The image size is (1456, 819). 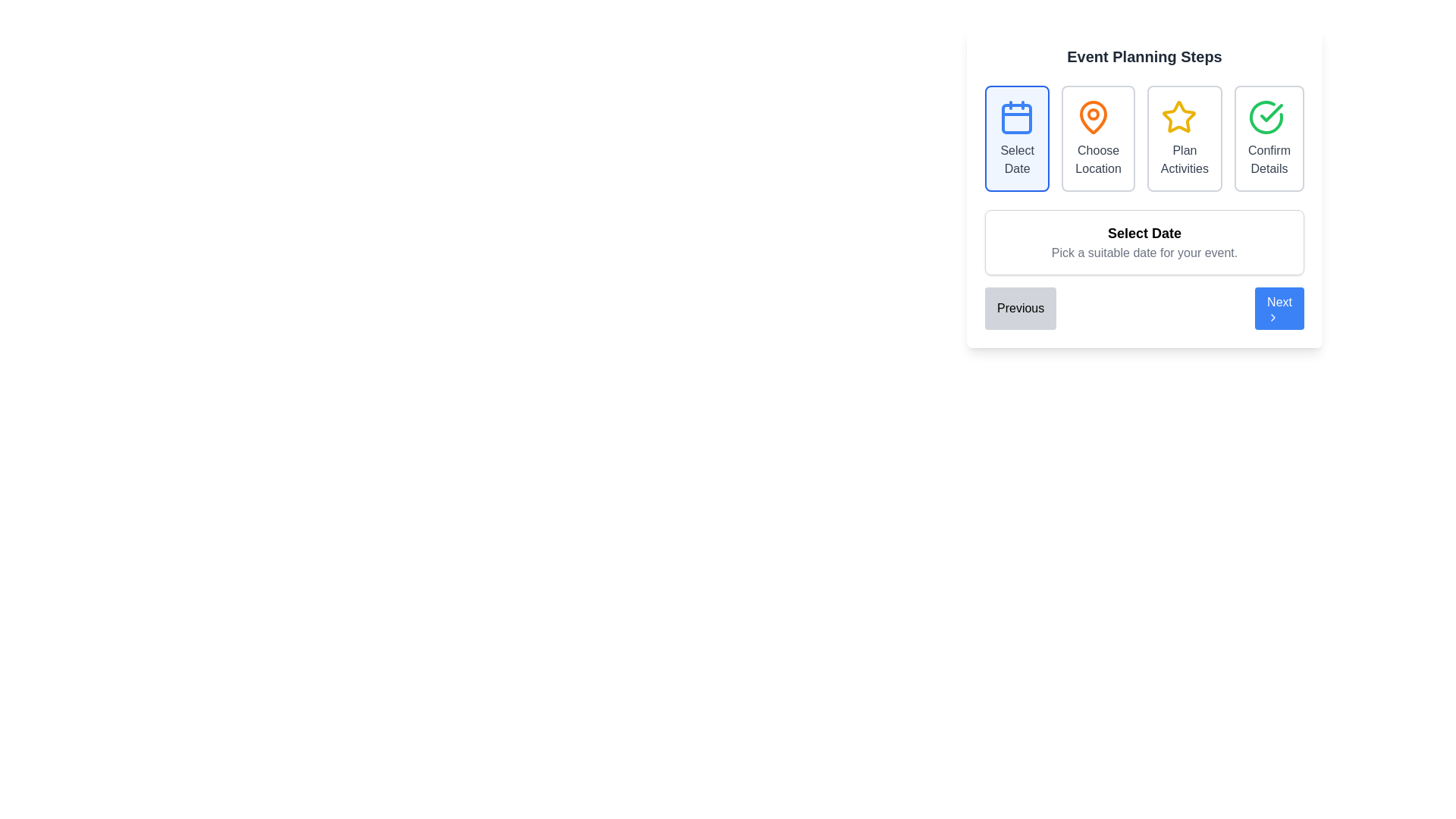 What do you see at coordinates (1266, 116) in the screenshot?
I see `the confirmation icon, which is a green outlined circle with a check mark in its center, located in the top right corner of the four-icon step indicator` at bounding box center [1266, 116].